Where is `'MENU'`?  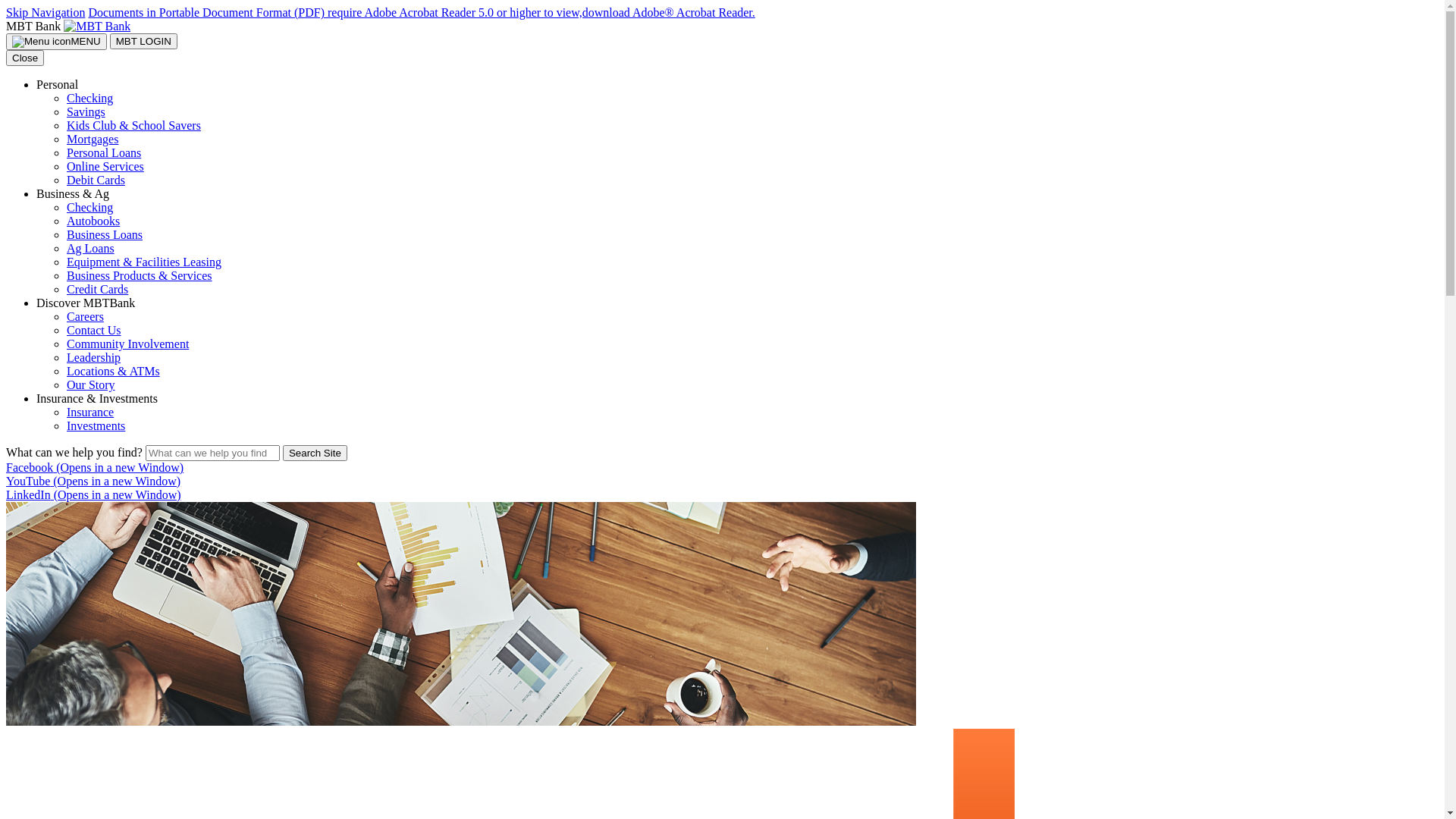 'MENU' is located at coordinates (56, 40).